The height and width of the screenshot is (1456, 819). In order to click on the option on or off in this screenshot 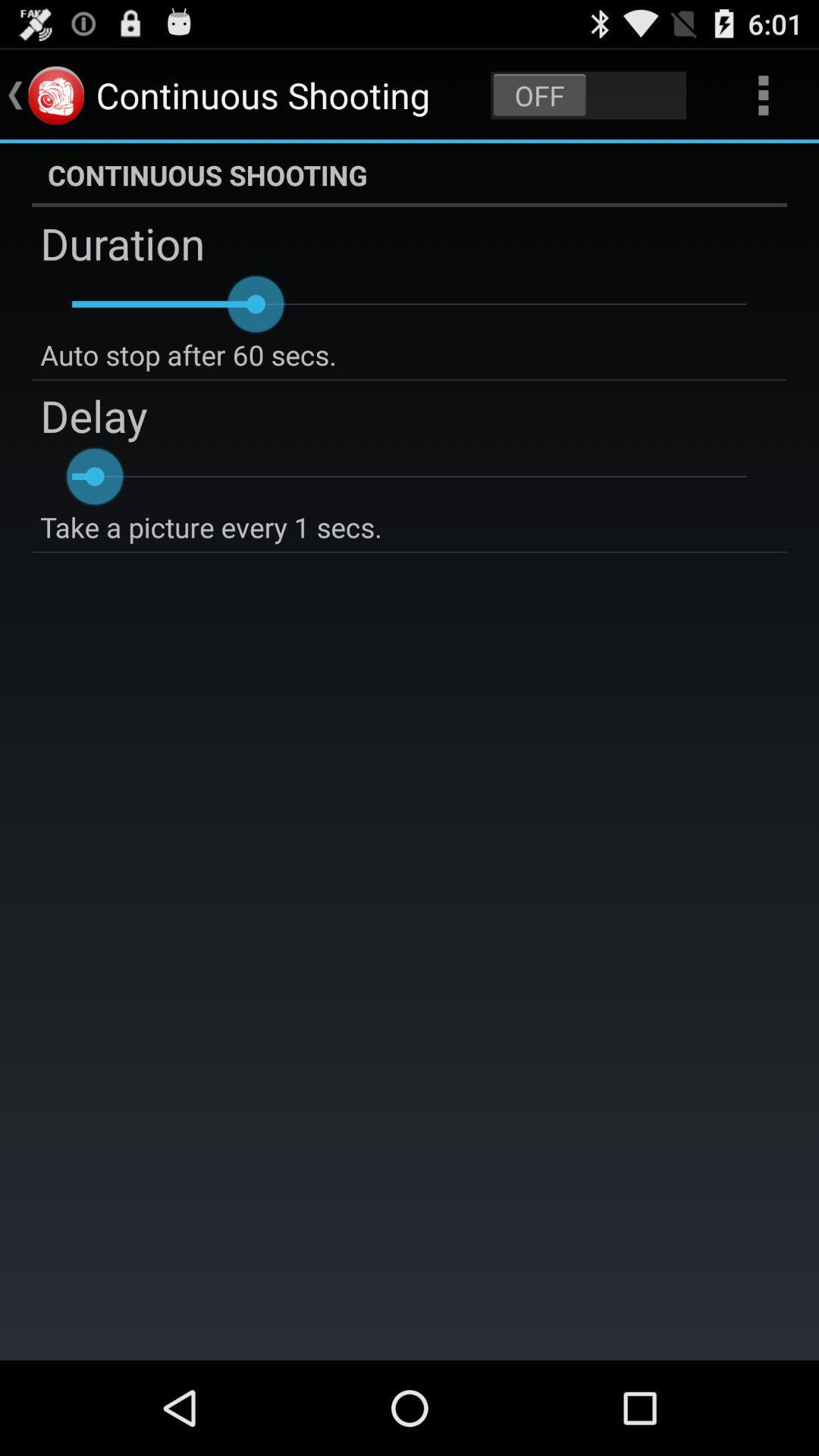, I will do `click(588, 94)`.